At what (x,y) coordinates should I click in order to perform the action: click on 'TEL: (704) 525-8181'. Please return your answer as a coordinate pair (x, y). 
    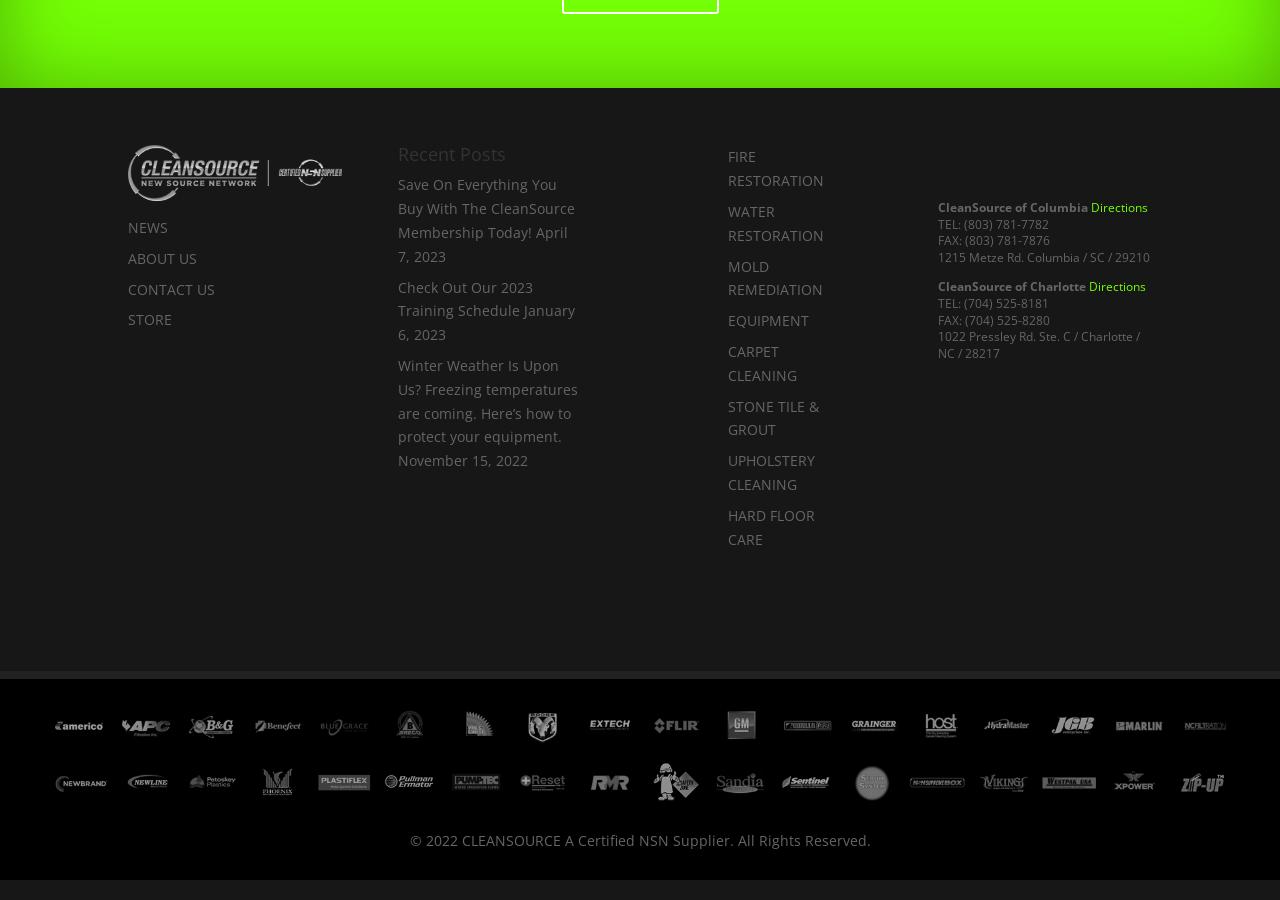
    Looking at the image, I should click on (993, 301).